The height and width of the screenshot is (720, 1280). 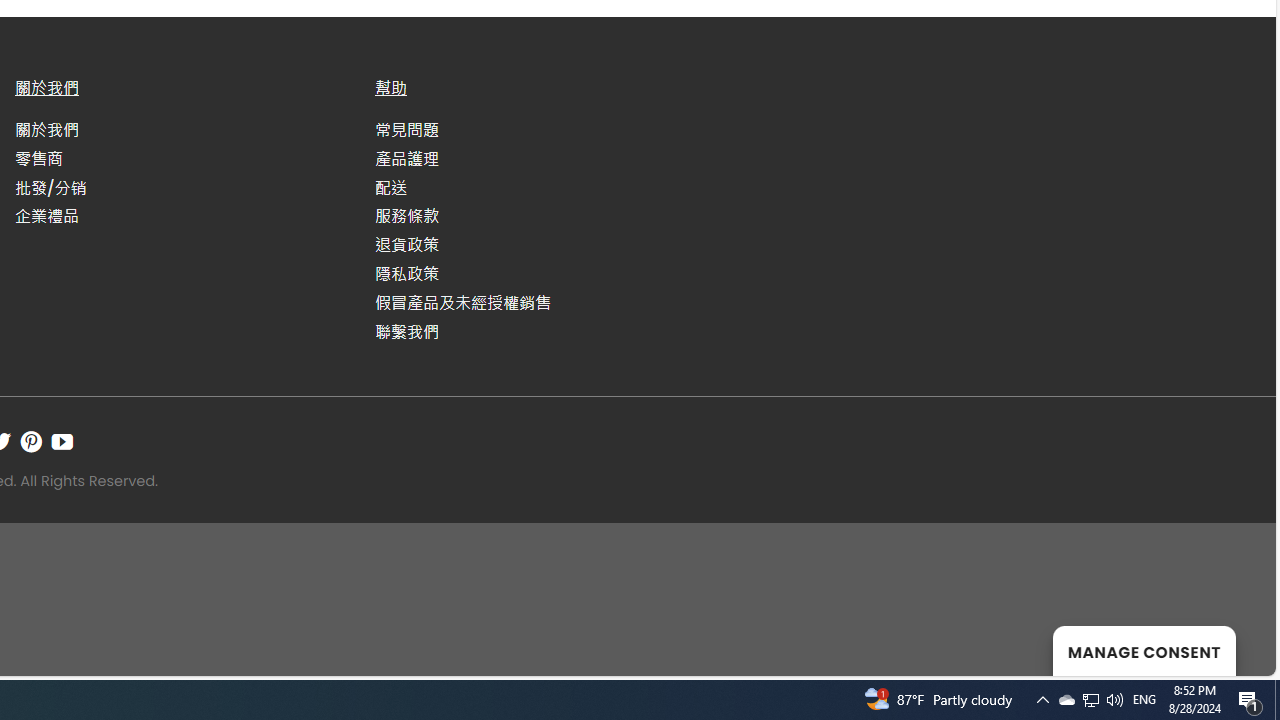 I want to click on 'Follow on Pinterest', so click(x=31, y=440).